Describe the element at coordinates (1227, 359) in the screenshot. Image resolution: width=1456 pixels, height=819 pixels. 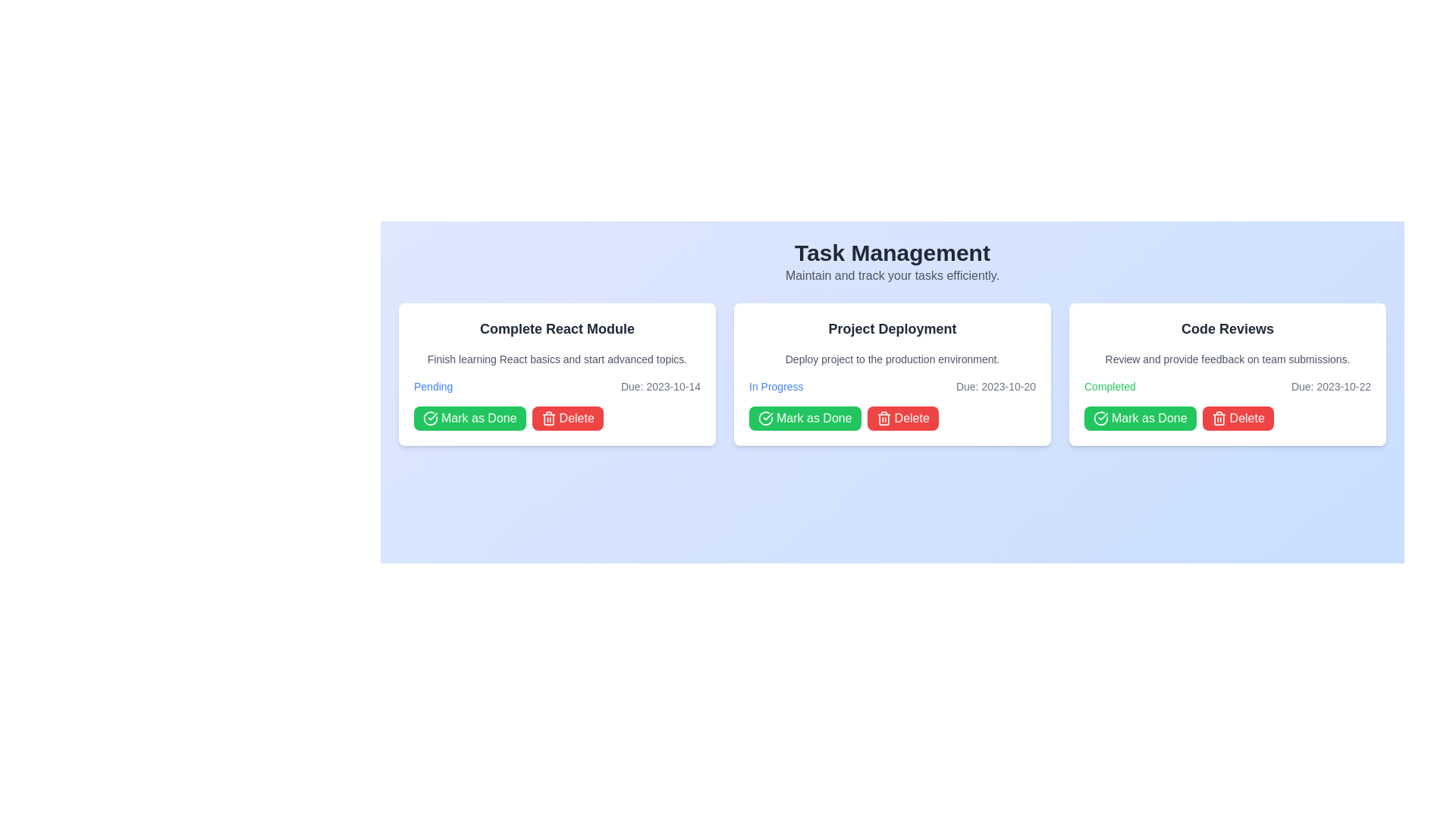
I see `the descriptive text element displaying 'Review and provide feedback on team submissions.' located below the 'Code Reviews' title` at that location.